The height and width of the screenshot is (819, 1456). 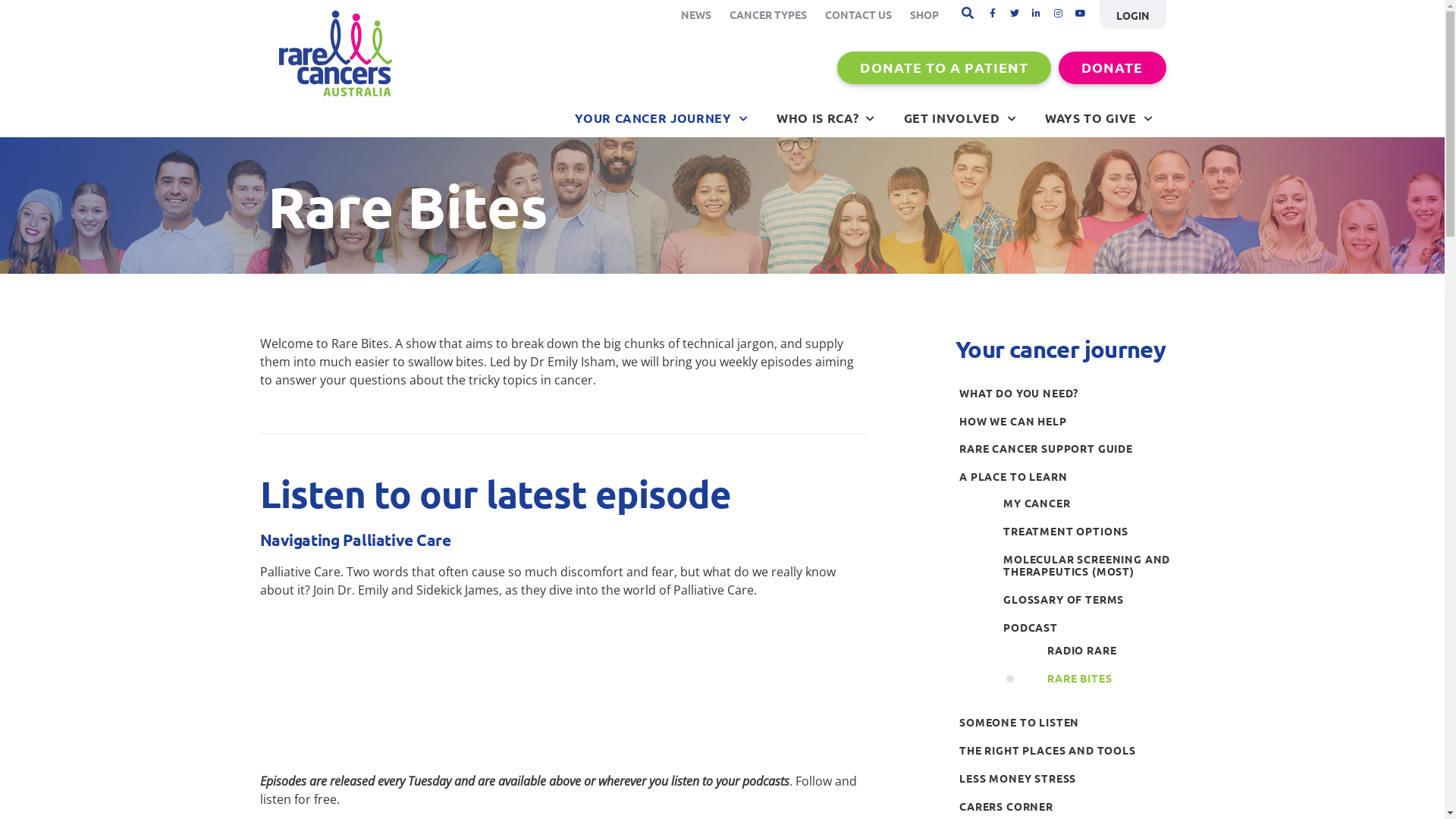 I want to click on 'SHOP', so click(x=924, y=14).